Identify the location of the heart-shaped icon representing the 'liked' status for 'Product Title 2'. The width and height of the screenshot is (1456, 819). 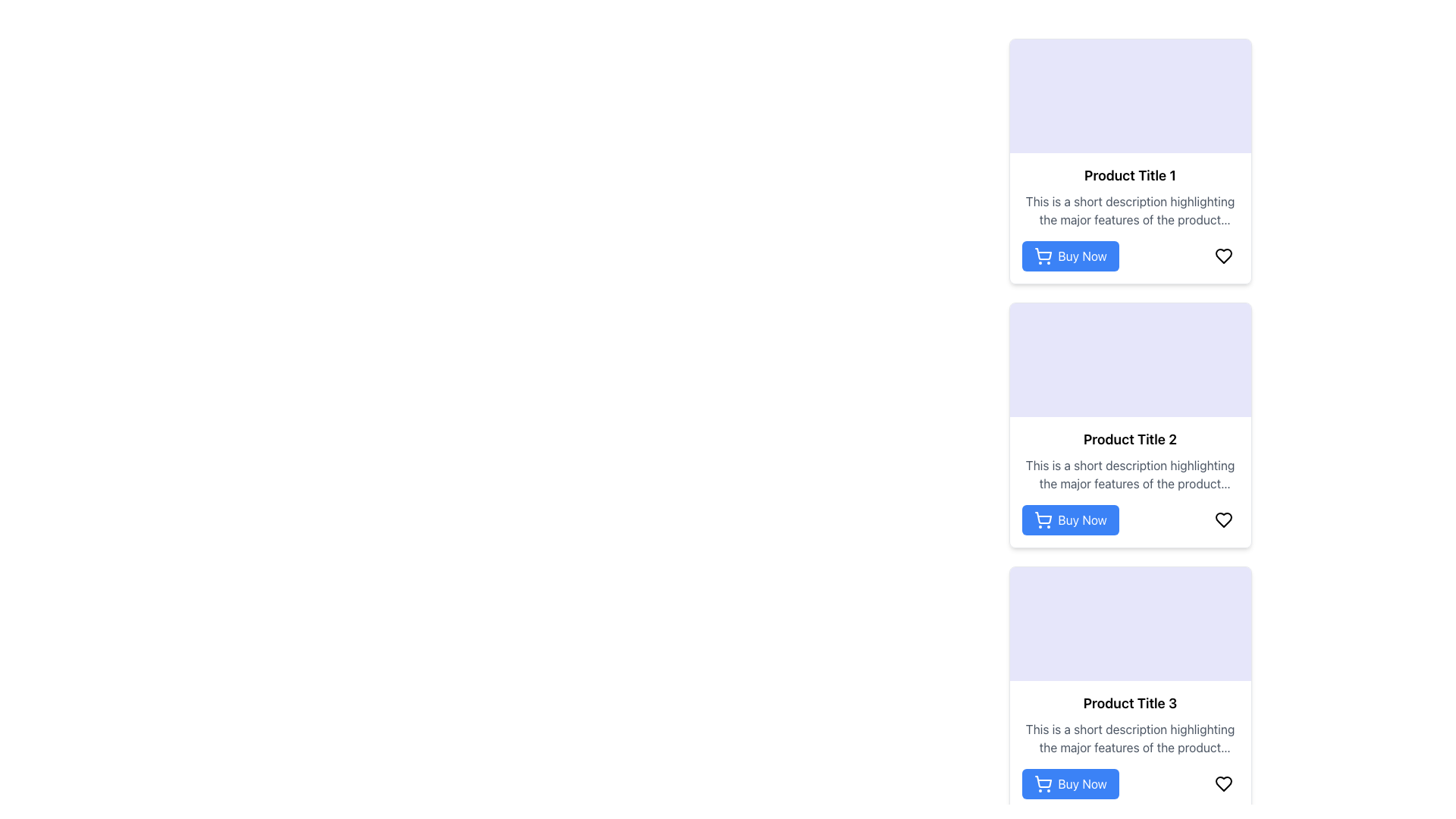
(1223, 519).